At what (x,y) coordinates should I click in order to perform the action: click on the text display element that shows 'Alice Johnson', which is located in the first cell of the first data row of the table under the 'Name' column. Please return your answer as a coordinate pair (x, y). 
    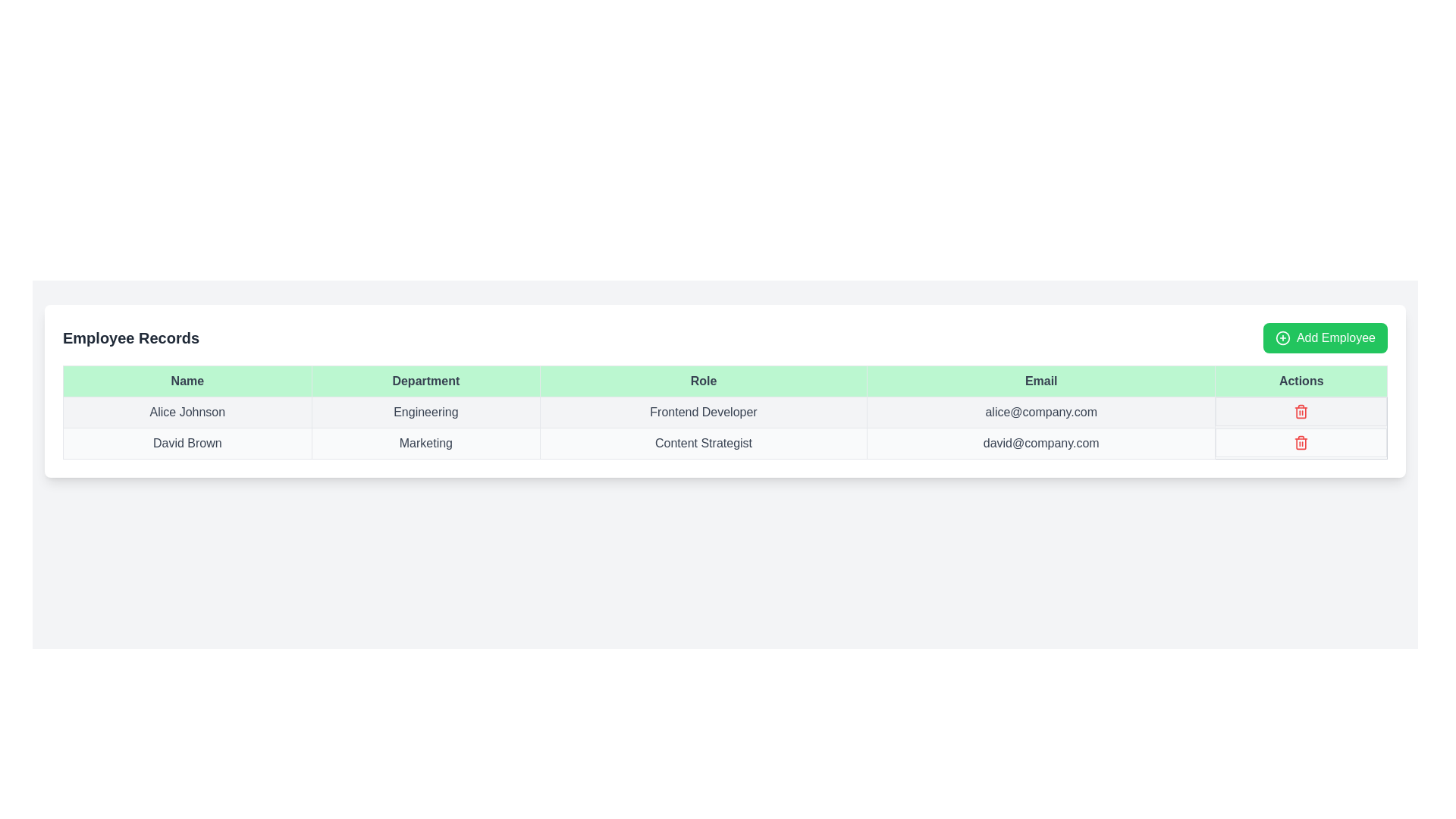
    Looking at the image, I should click on (187, 412).